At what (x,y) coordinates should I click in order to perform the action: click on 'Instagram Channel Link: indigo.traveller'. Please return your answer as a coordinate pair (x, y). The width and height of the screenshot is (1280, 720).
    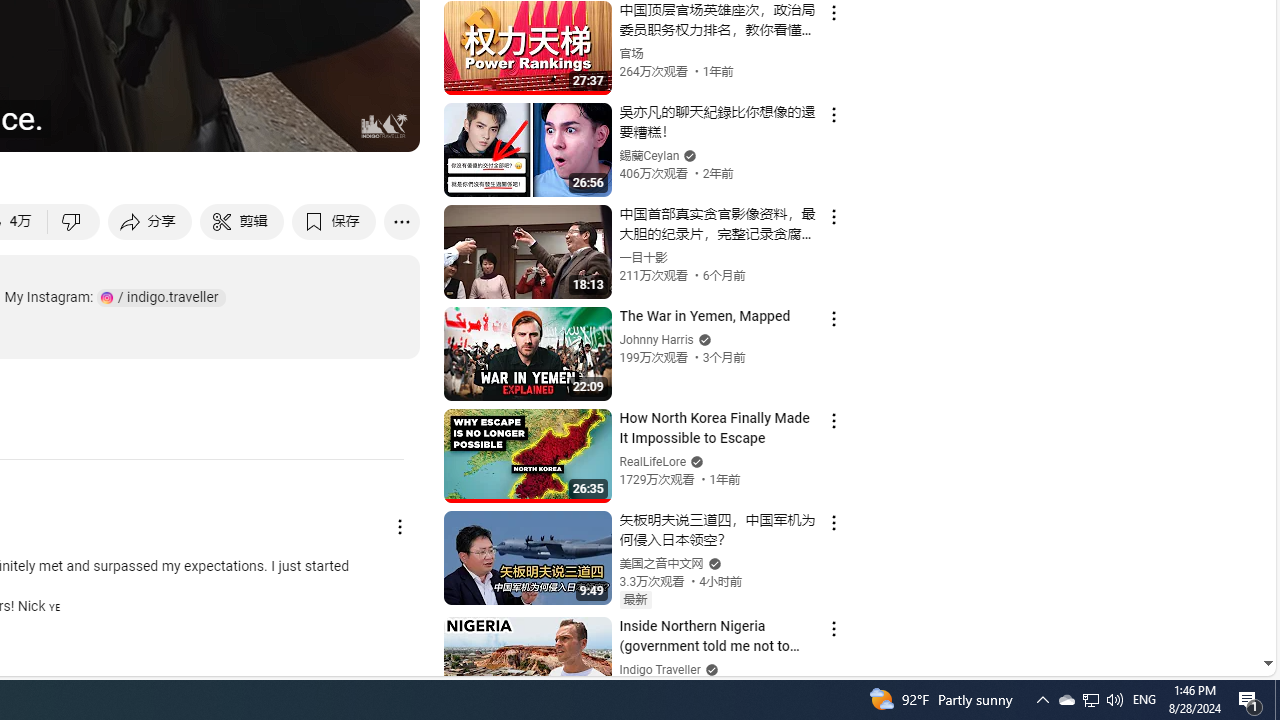
    Looking at the image, I should click on (161, 297).